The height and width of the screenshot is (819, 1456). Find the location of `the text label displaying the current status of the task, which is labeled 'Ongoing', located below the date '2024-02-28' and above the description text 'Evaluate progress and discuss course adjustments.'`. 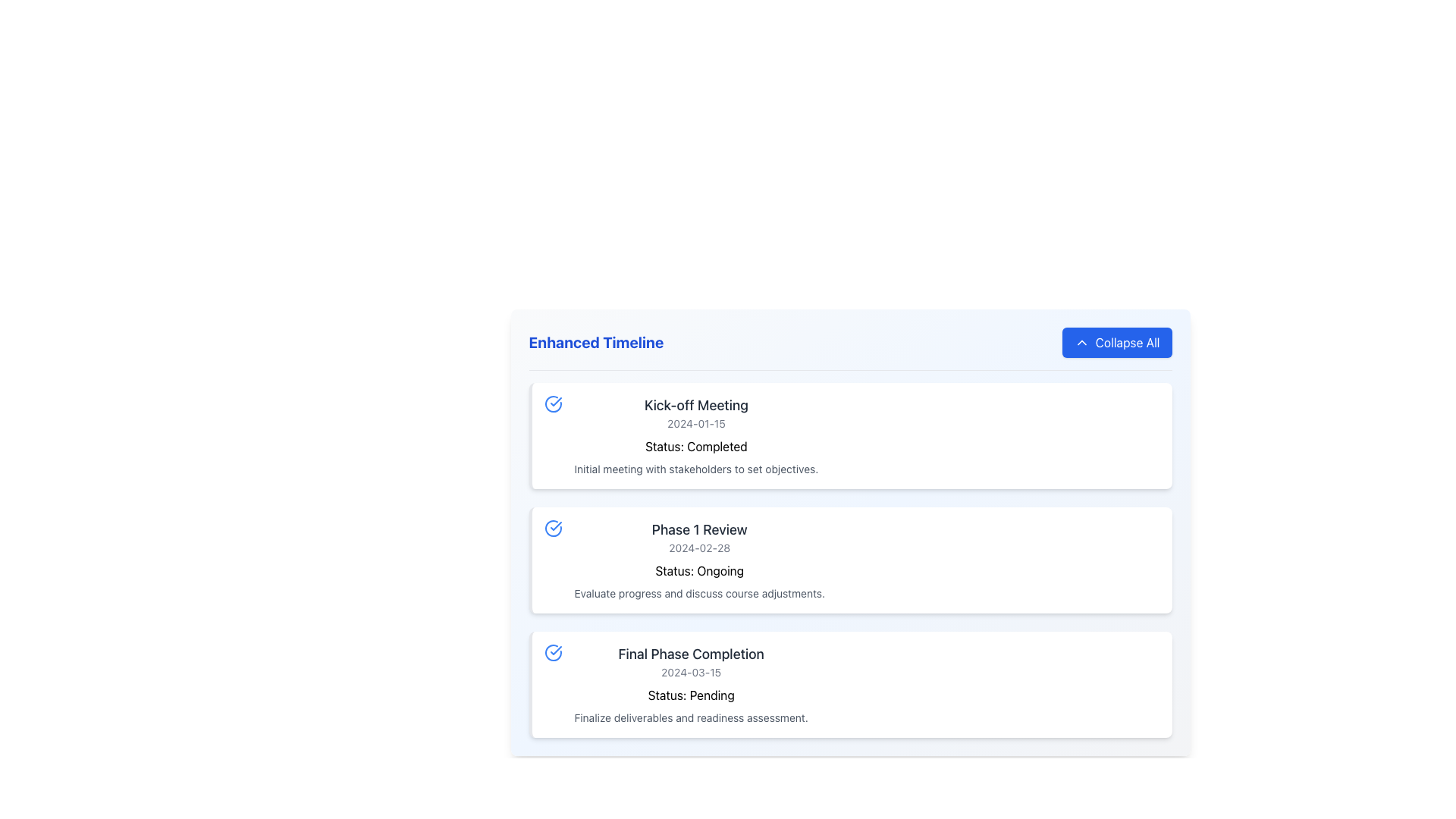

the text label displaying the current status of the task, which is labeled 'Ongoing', located below the date '2024-02-28' and above the description text 'Evaluate progress and discuss course adjustments.' is located at coordinates (698, 567).